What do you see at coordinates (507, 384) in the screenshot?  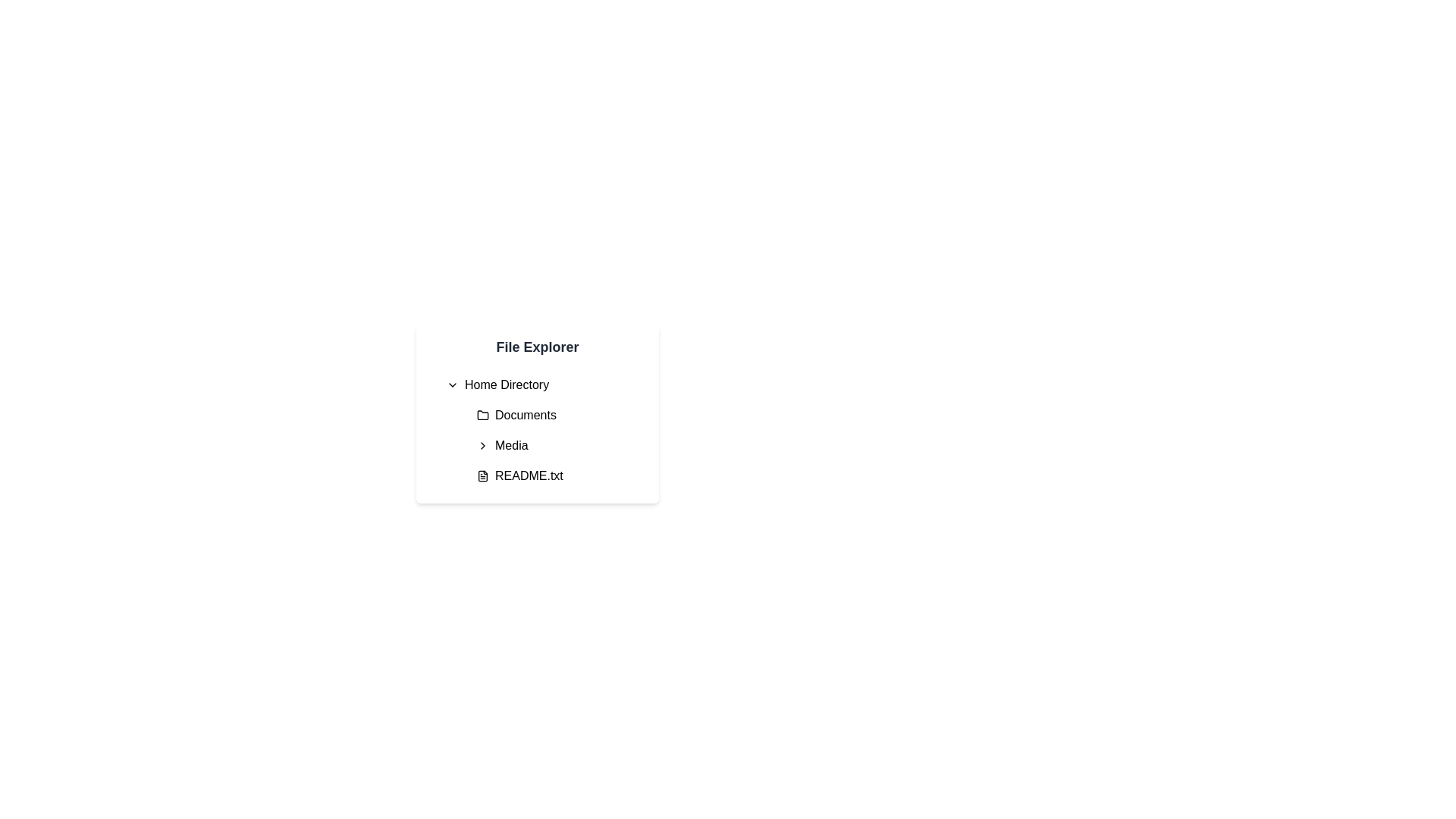 I see `the 'Home Directory' text label` at bounding box center [507, 384].